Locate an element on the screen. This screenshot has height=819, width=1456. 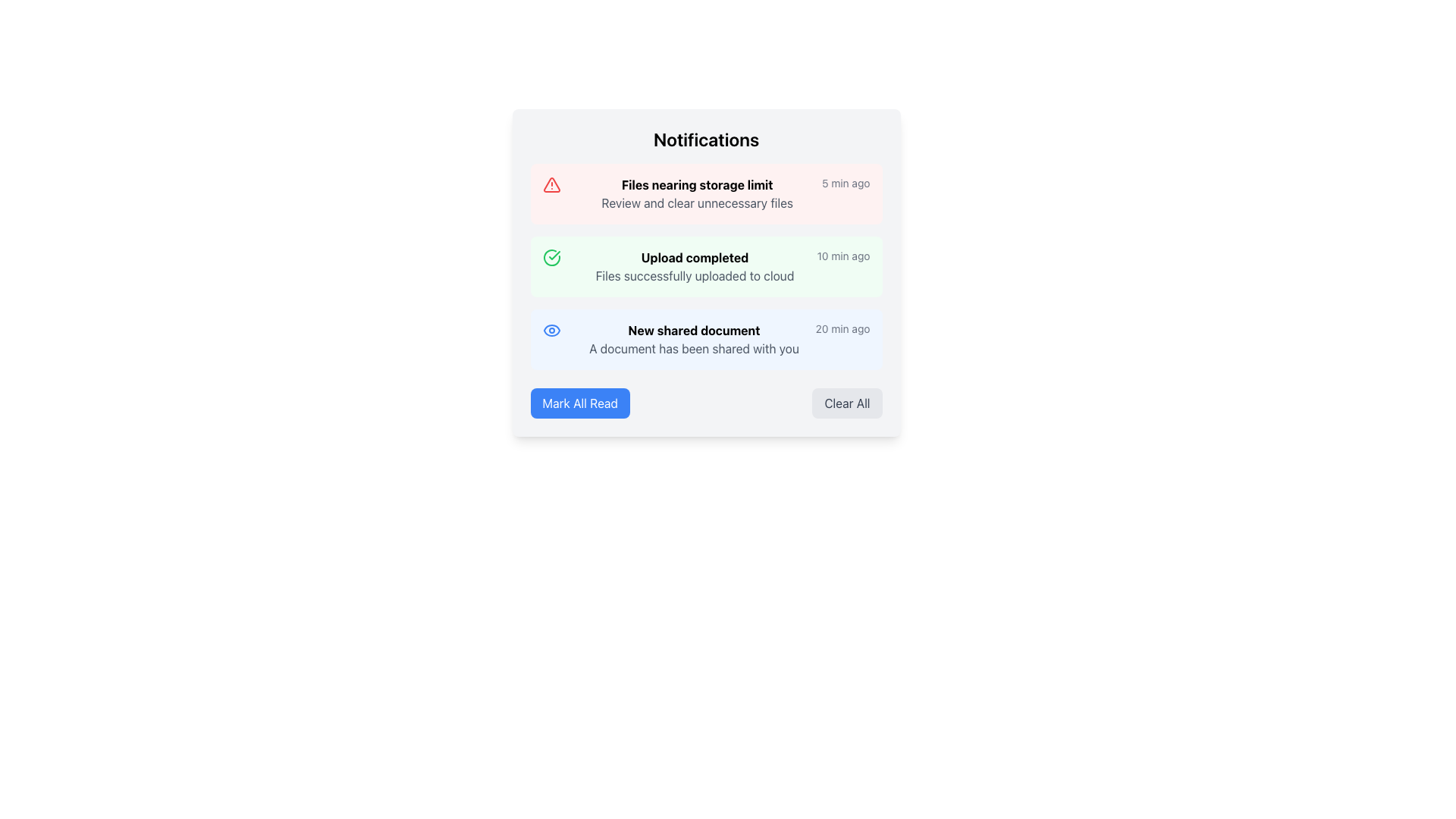
the notification element that displays 'New shared document' in bold and 'A document has been shared with you' in lighter gray text, located in the third notification section is located at coordinates (693, 338).